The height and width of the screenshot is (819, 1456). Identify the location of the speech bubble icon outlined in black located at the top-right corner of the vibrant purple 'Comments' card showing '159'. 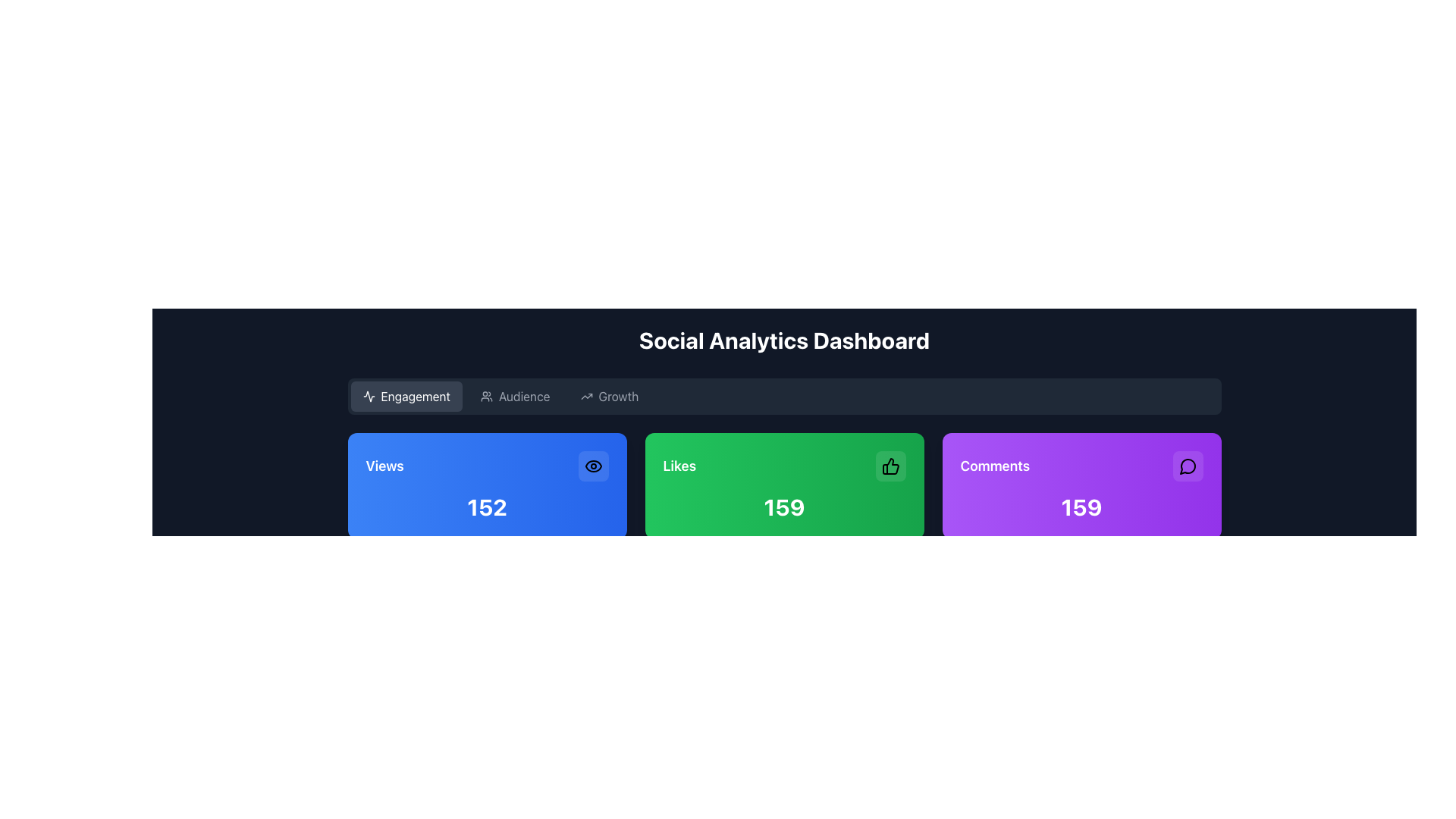
(1186, 466).